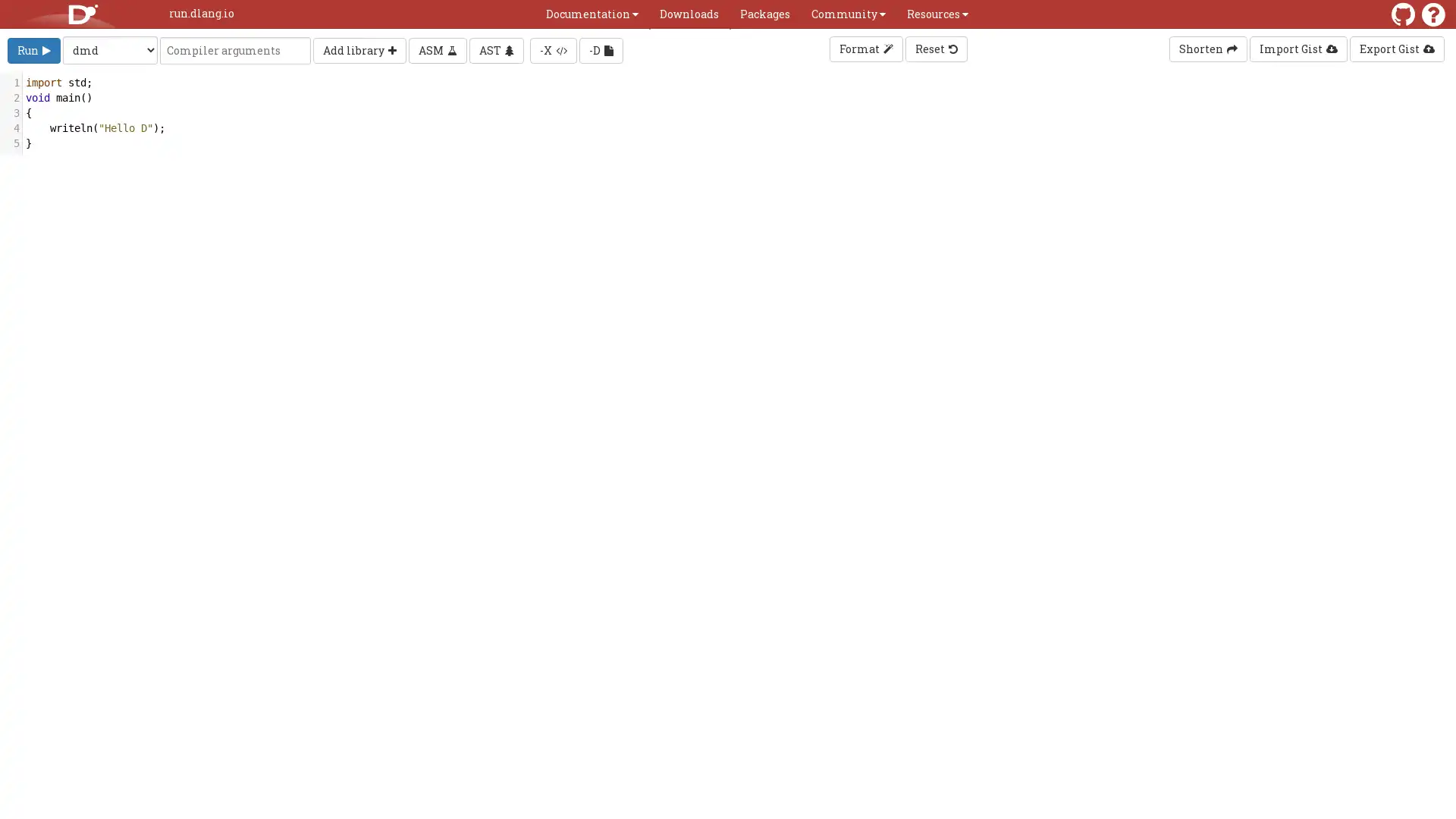 This screenshot has height=819, width=1456. Describe the element at coordinates (600, 49) in the screenshot. I see `-D` at that location.